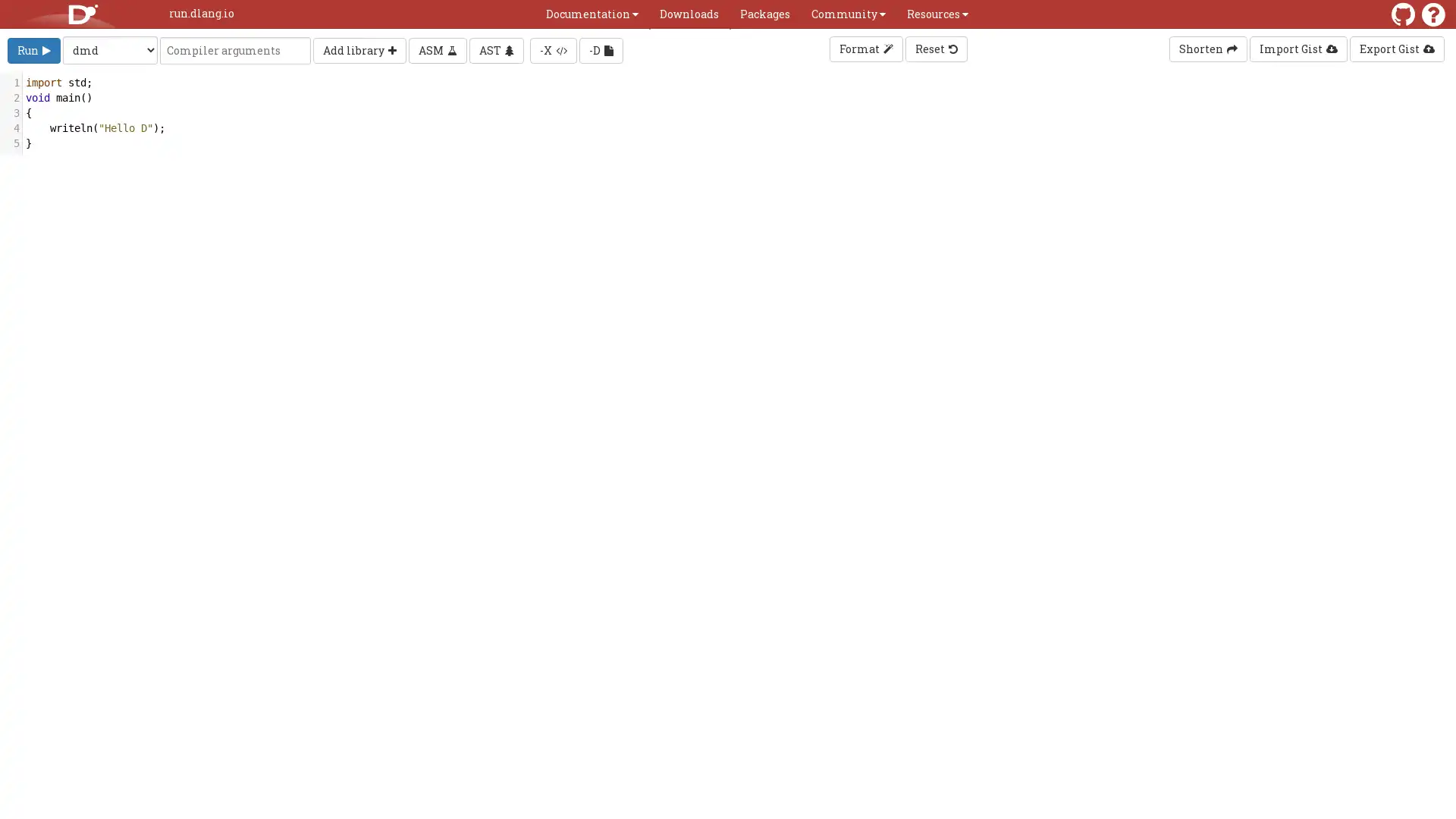 This screenshot has height=819, width=1456. Describe the element at coordinates (600, 49) in the screenshot. I see `-D` at that location.